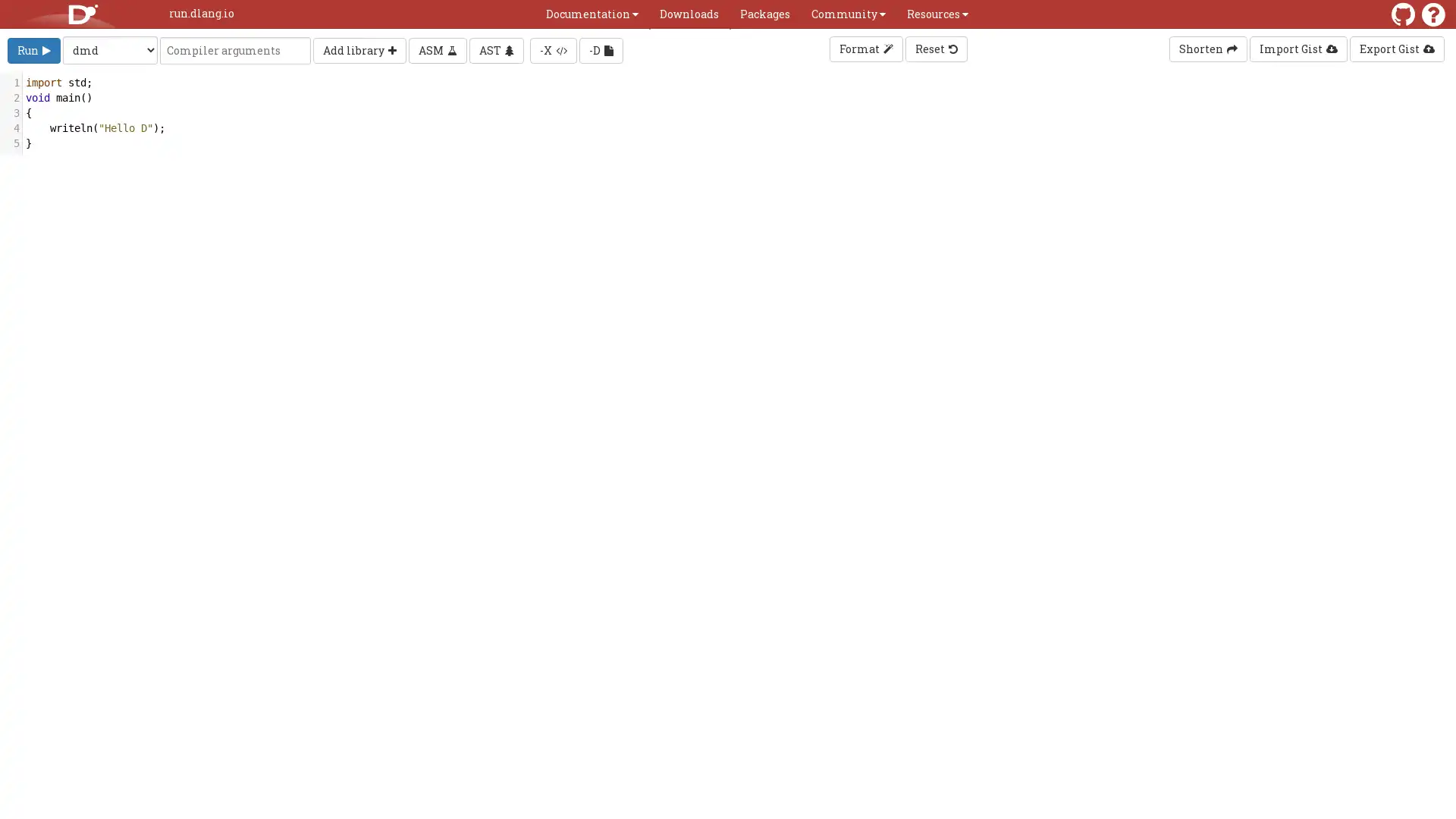 This screenshot has height=819, width=1456. Describe the element at coordinates (600, 49) in the screenshot. I see `-D` at that location.